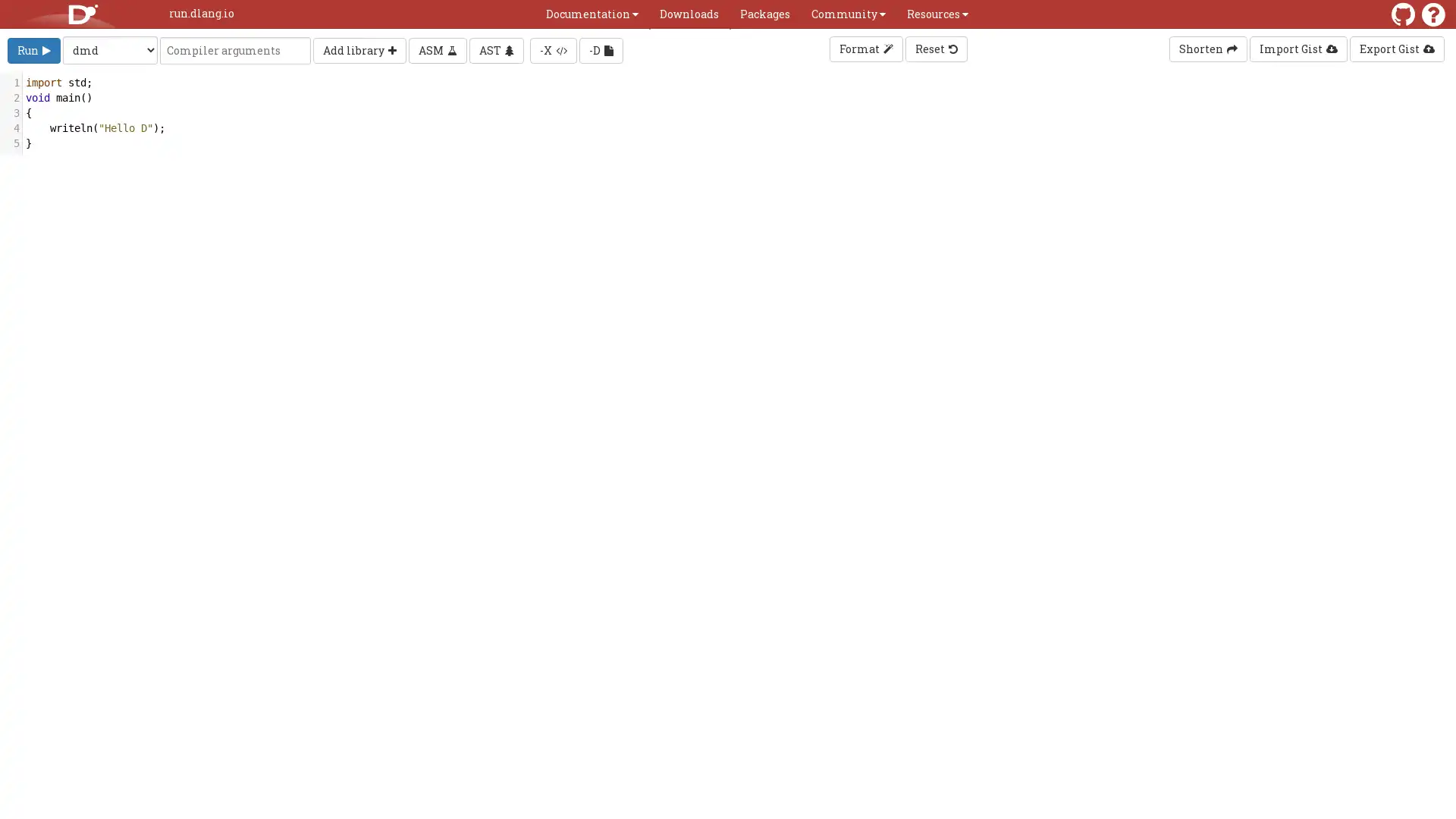 This screenshot has height=819, width=1456. Describe the element at coordinates (600, 49) in the screenshot. I see `-D` at that location.